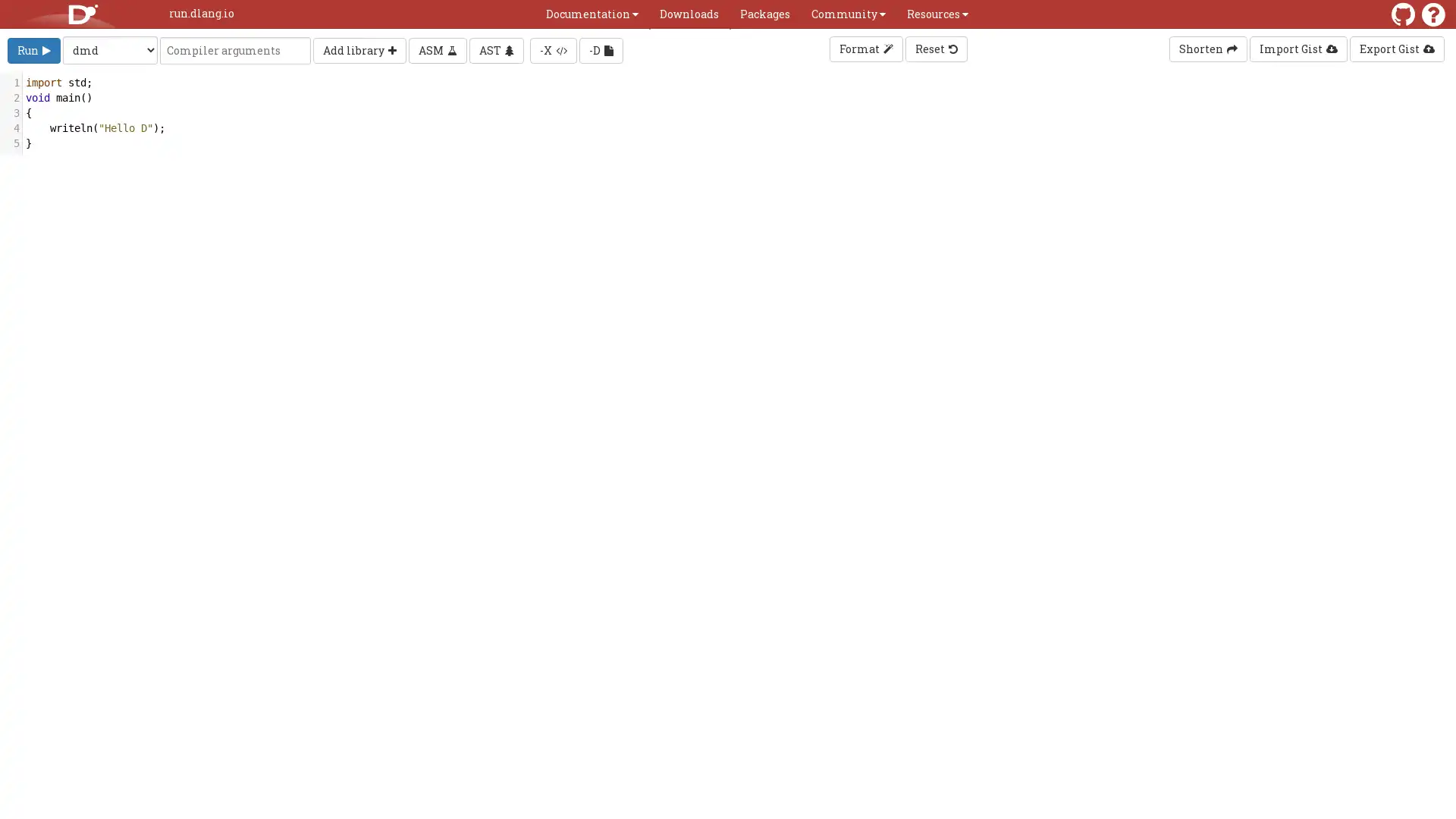 This screenshot has height=819, width=1456. Describe the element at coordinates (600, 49) in the screenshot. I see `-D` at that location.